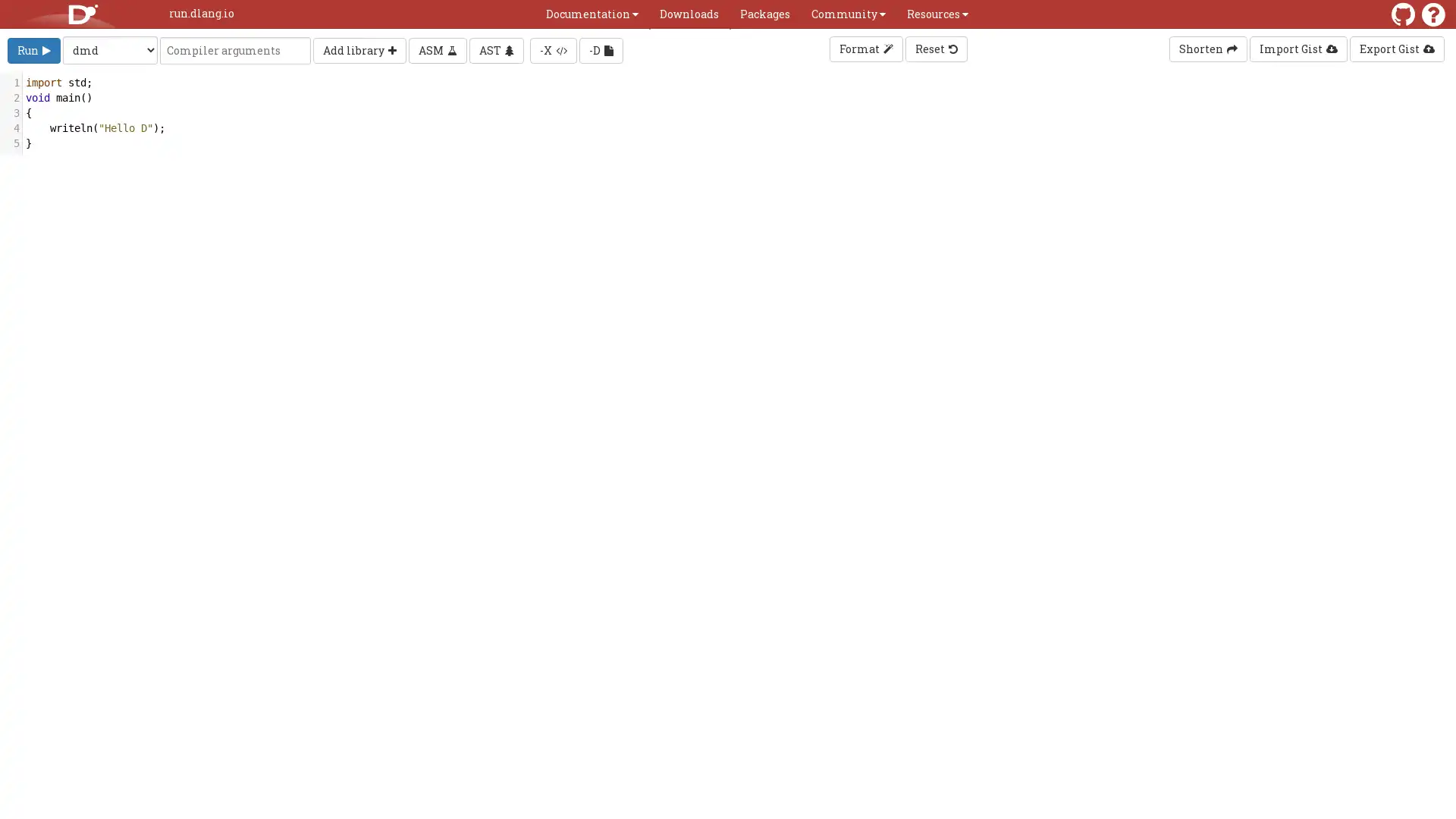 This screenshot has height=819, width=1456. Describe the element at coordinates (600, 49) in the screenshot. I see `-D` at that location.